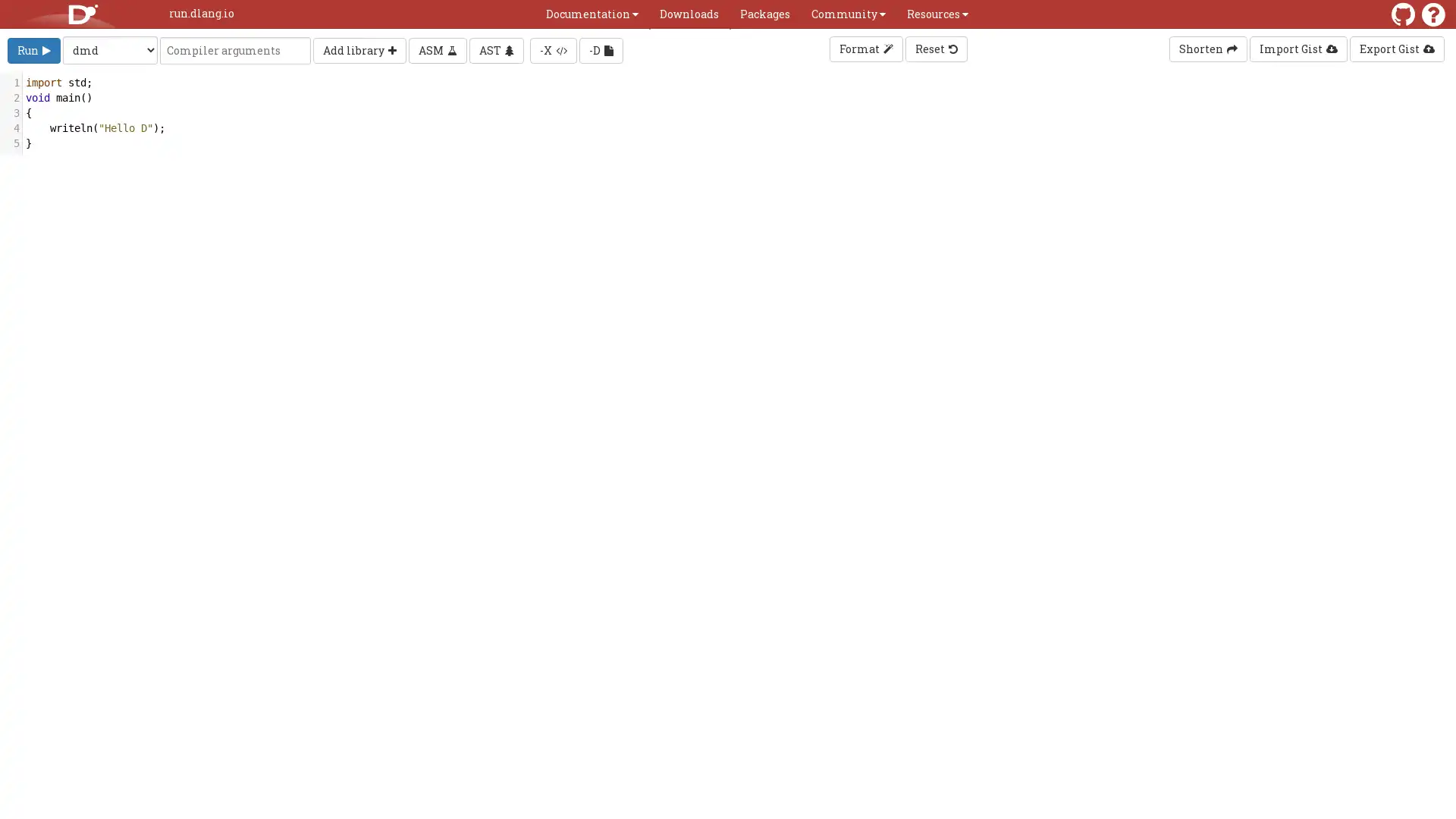 This screenshot has height=819, width=1456. Describe the element at coordinates (600, 49) in the screenshot. I see `-D` at that location.